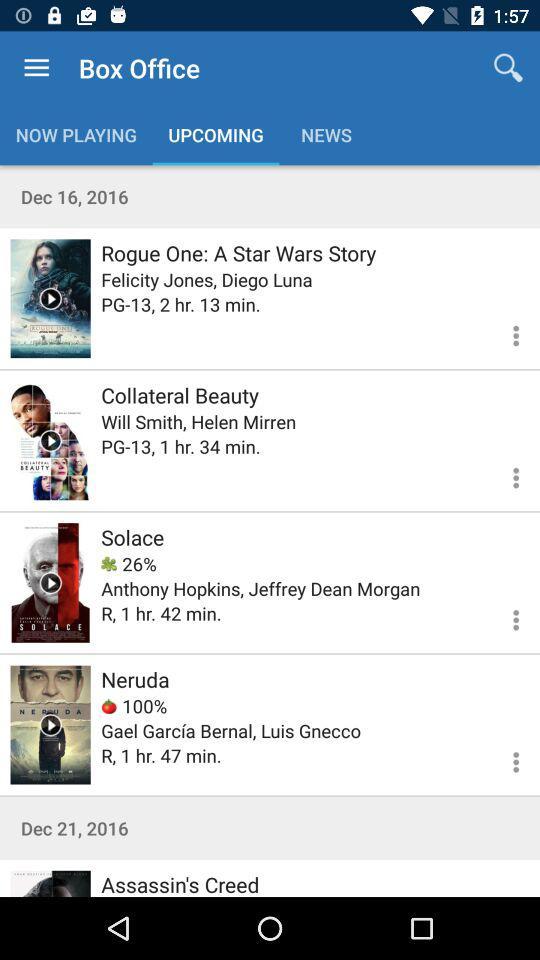  What do you see at coordinates (50, 297) in the screenshot?
I see `click video to play` at bounding box center [50, 297].